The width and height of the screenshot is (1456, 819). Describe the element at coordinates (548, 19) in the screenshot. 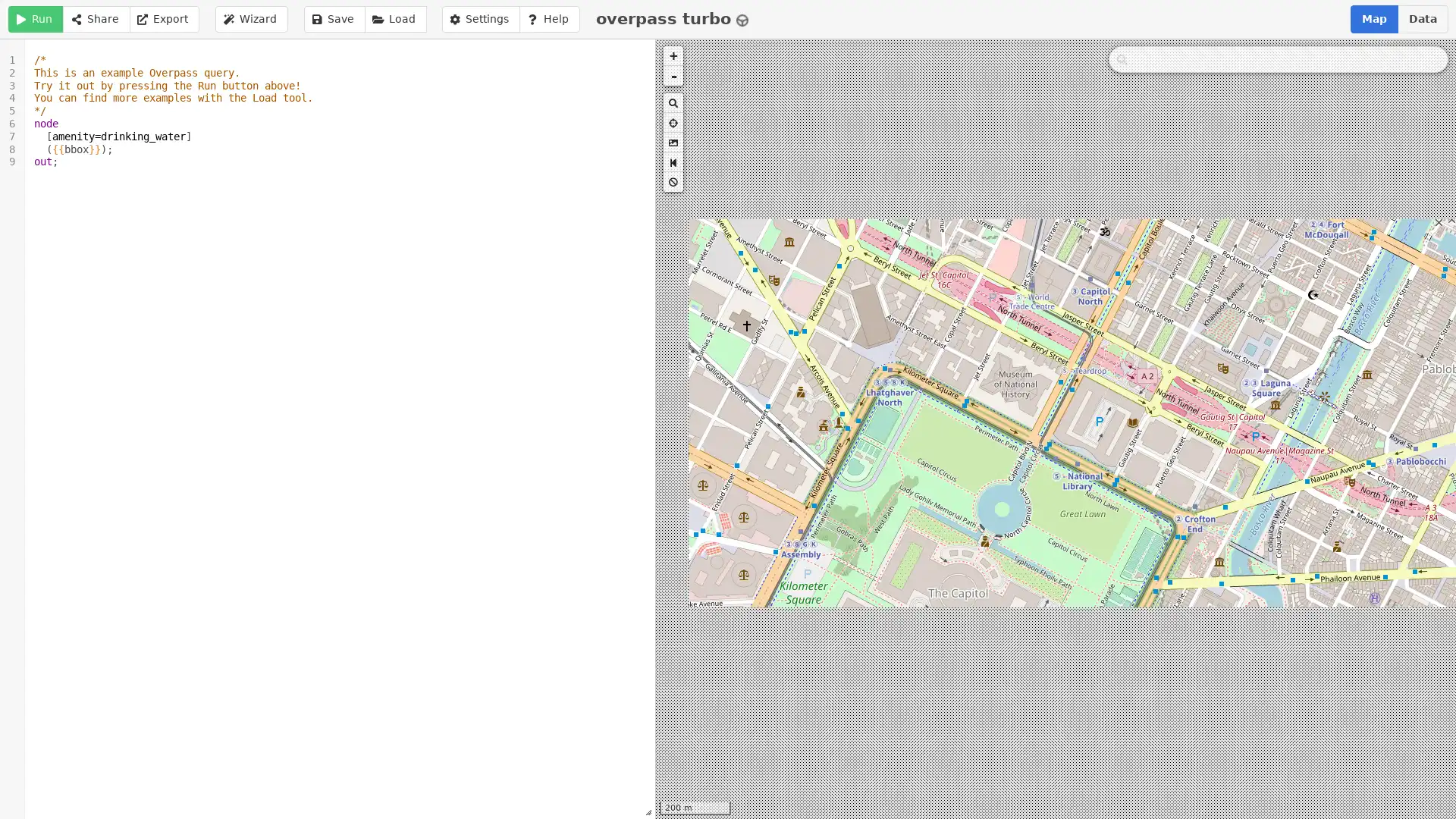

I see `Help` at that location.